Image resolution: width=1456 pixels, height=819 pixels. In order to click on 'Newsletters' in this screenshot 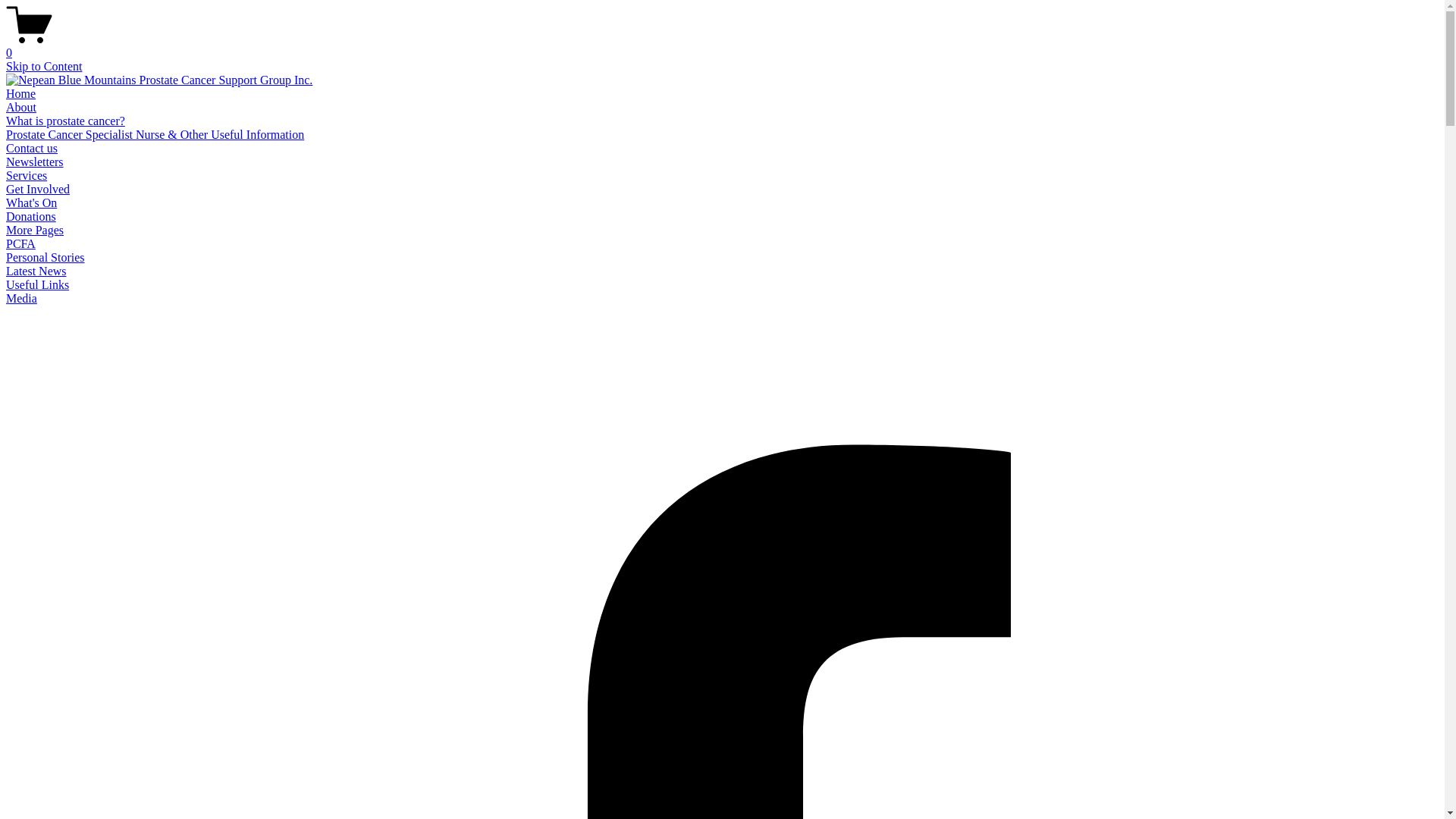, I will do `click(35, 162)`.